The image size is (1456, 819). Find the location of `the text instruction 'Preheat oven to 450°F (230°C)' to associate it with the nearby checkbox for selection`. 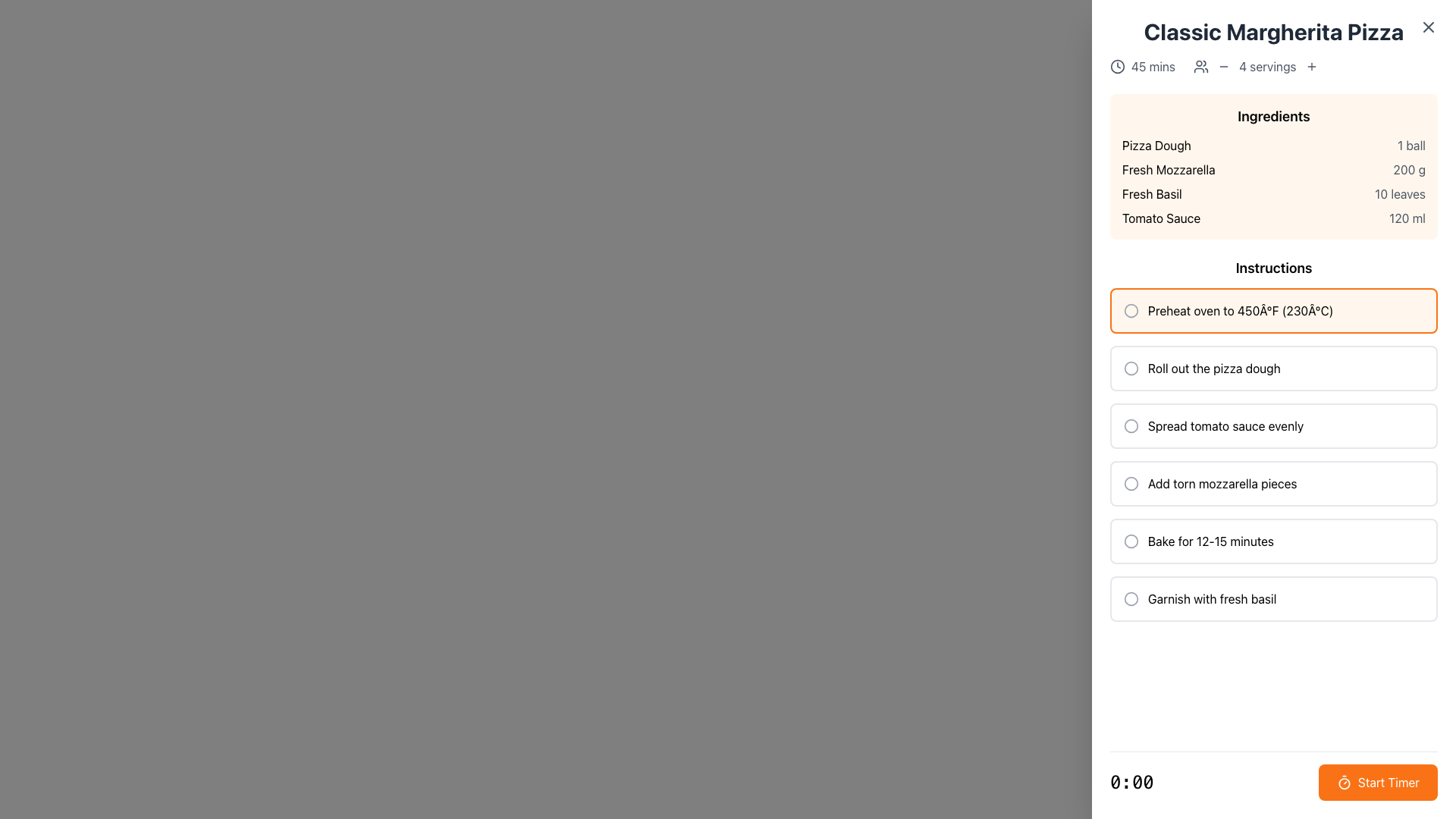

the text instruction 'Preheat oven to 450°F (230°C)' to associate it with the nearby checkbox for selection is located at coordinates (1241, 309).